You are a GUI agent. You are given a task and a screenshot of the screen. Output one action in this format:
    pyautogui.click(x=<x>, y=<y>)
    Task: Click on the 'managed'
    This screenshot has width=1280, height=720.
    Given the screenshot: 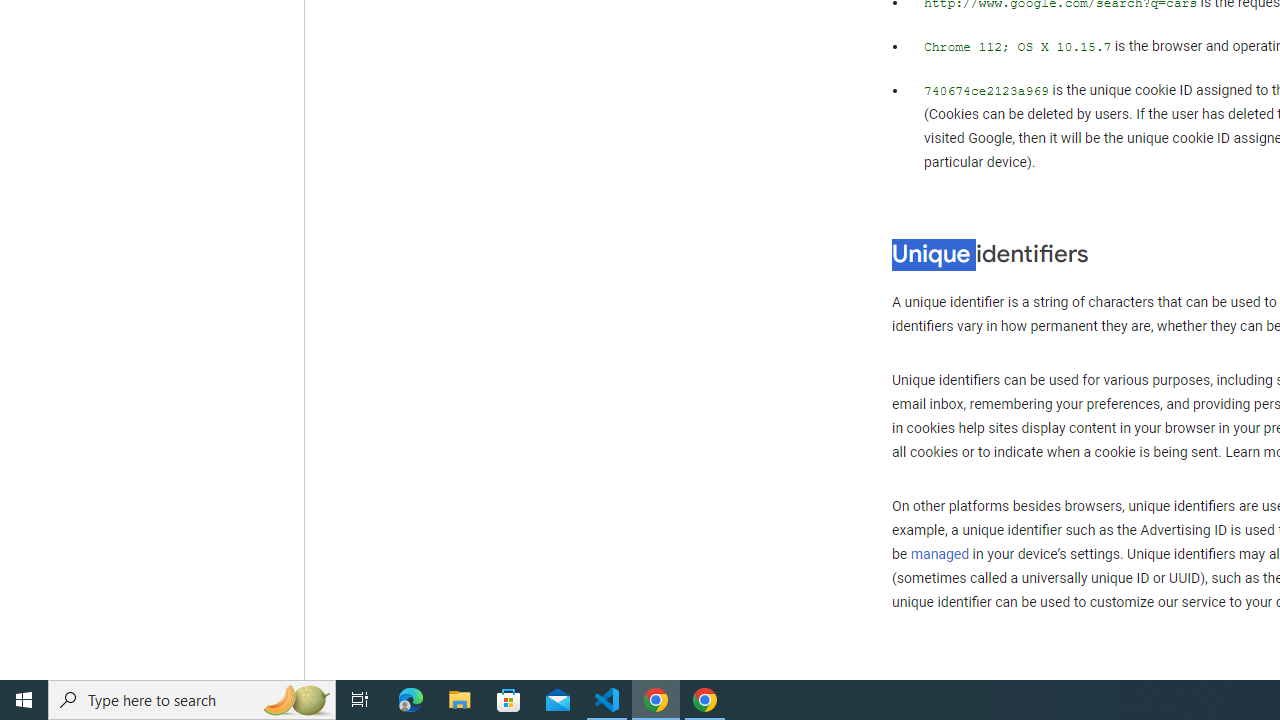 What is the action you would take?
    pyautogui.click(x=939, y=554)
    